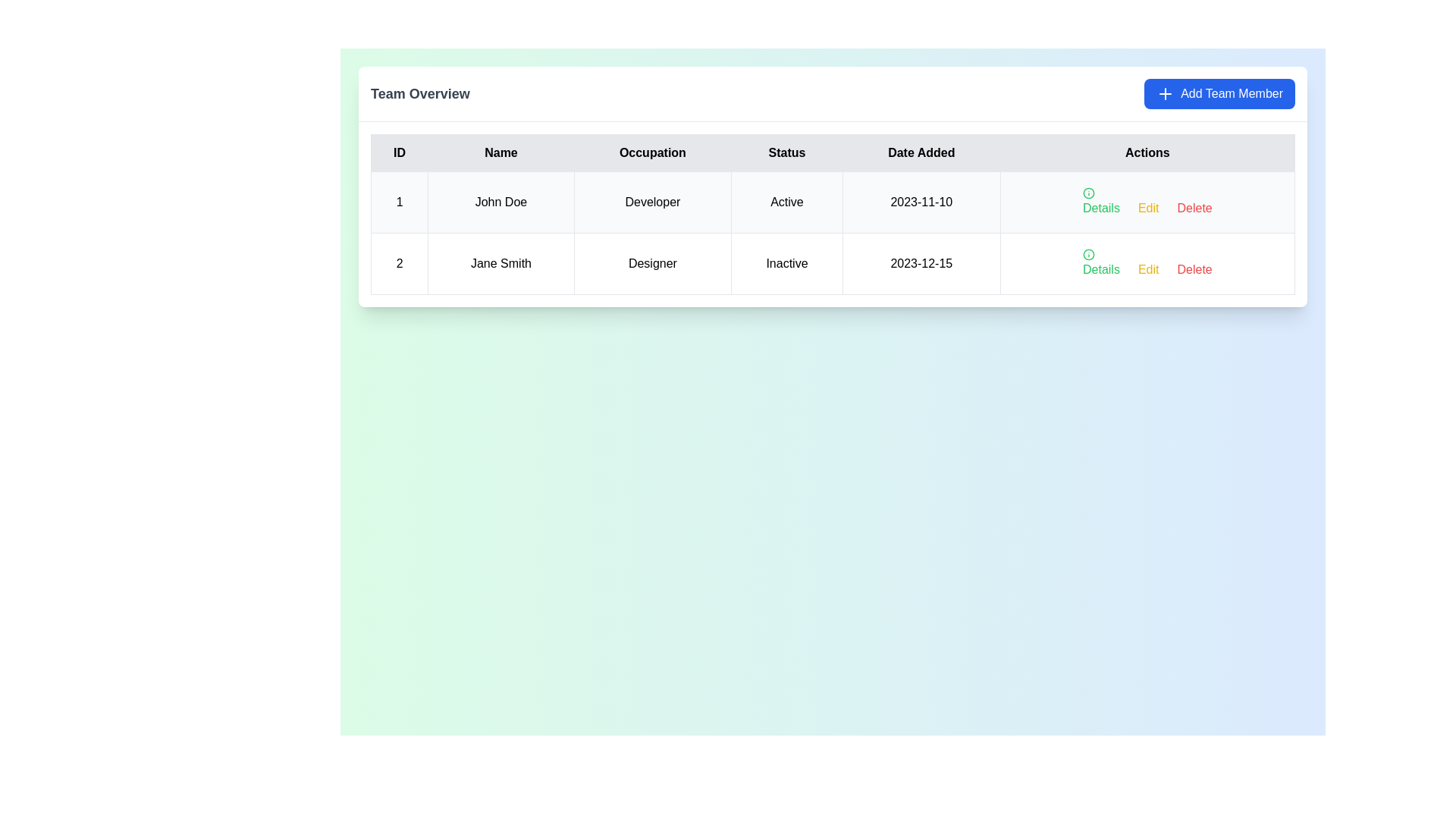 Image resolution: width=1456 pixels, height=819 pixels. What do you see at coordinates (400, 262) in the screenshot?
I see `the text display cell containing the number '2' which is located in the leftmost column under the 'ID' header, specifically positioned in the row labeled 'Jane Smith'` at bounding box center [400, 262].